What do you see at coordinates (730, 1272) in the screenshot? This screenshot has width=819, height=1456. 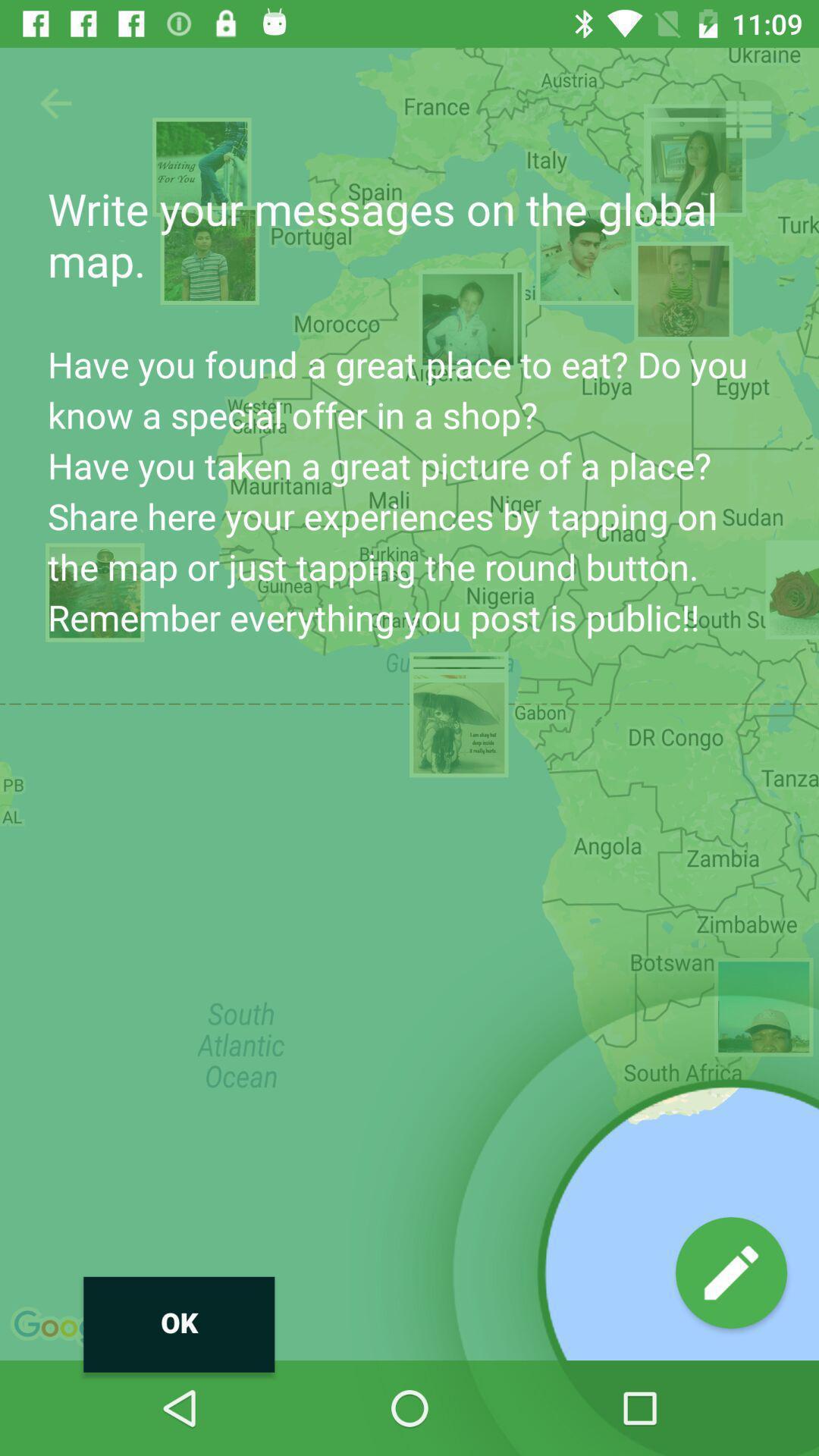 I see `icon next to ok item` at bounding box center [730, 1272].